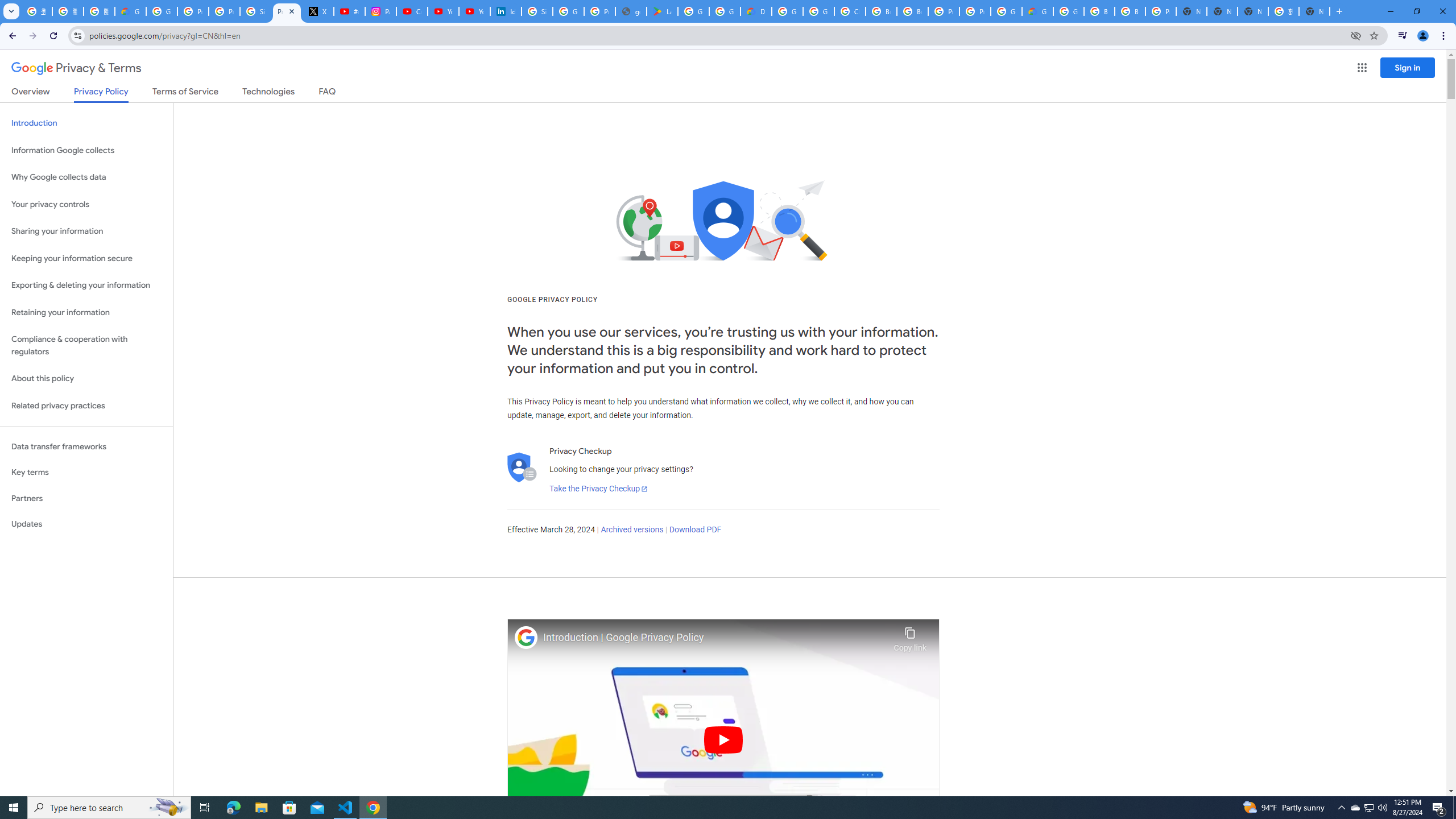 This screenshot has width=1456, height=819. Describe the element at coordinates (86, 205) in the screenshot. I see `'Your privacy controls'` at that location.